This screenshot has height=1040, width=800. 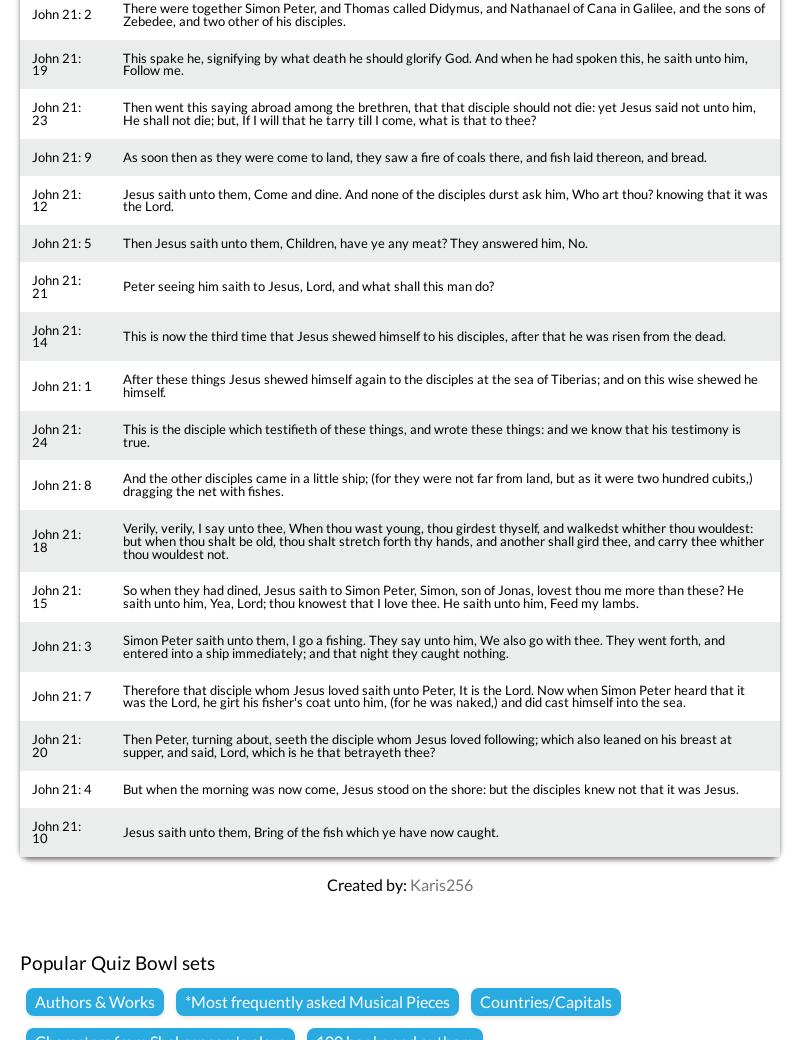 I want to click on 'John 21: 21', so click(x=55, y=284).